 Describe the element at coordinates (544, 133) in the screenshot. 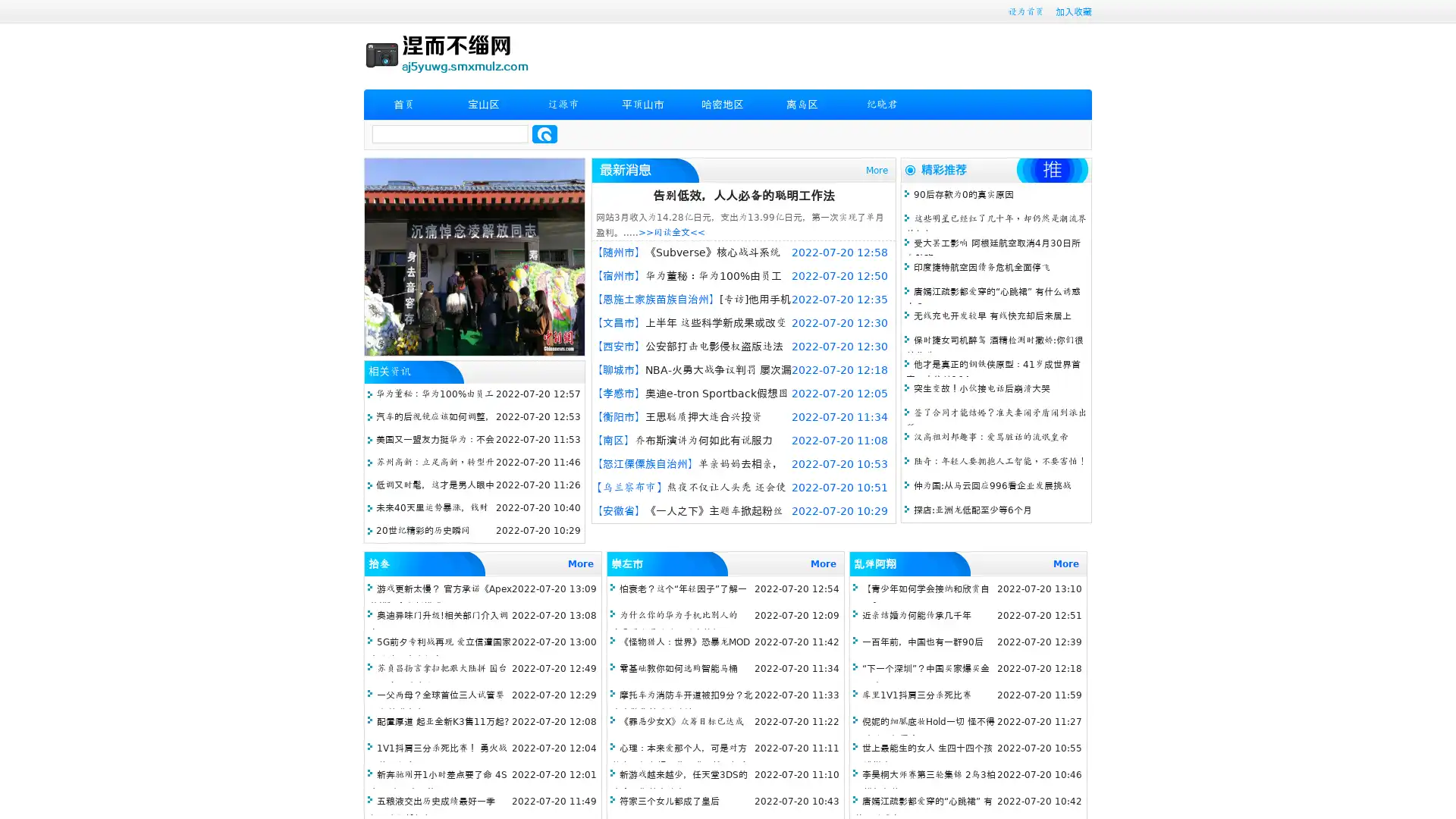

I see `Search` at that location.